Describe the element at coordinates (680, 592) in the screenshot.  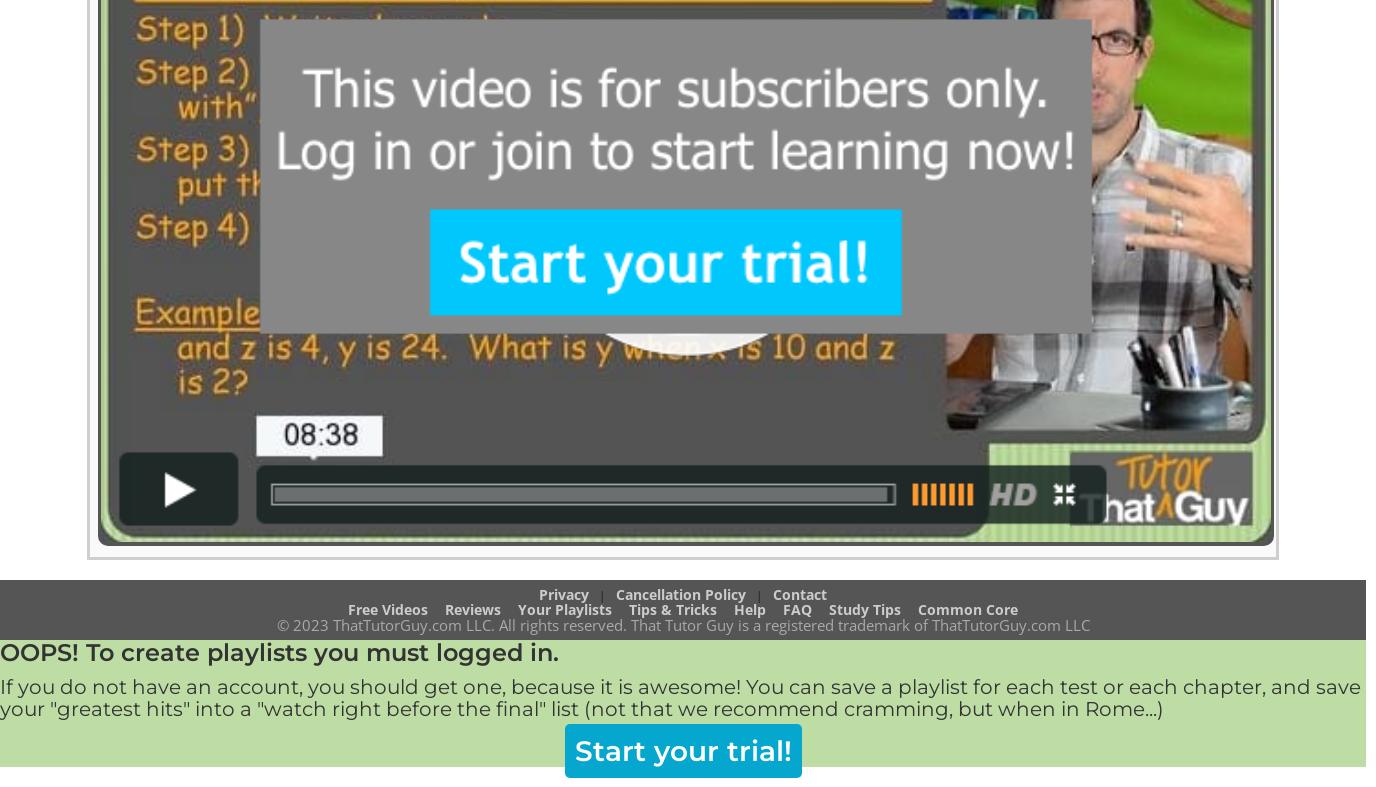
I see `'Cancellation Policy'` at that location.